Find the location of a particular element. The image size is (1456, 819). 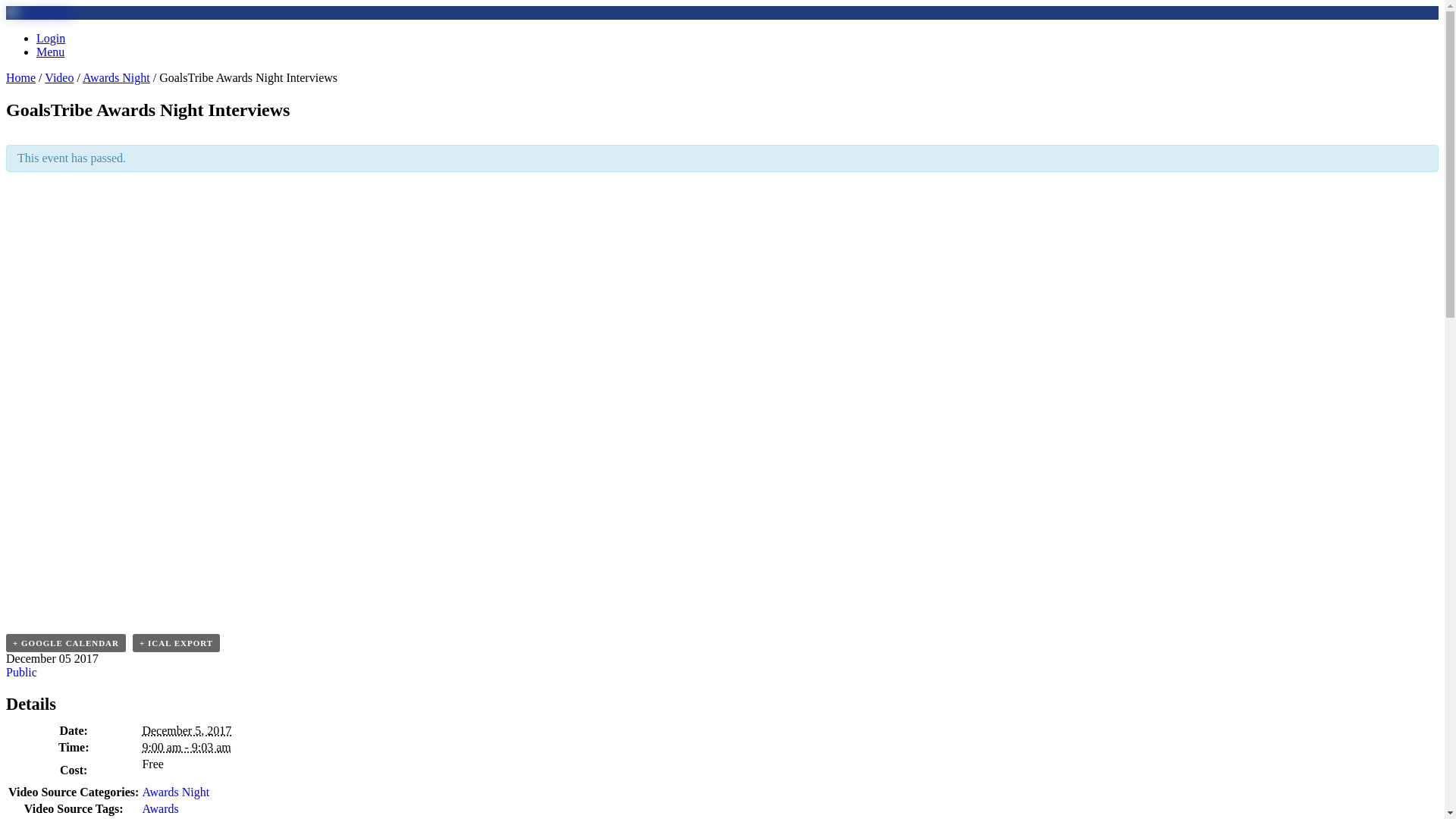

'Login' is located at coordinates (51, 37).